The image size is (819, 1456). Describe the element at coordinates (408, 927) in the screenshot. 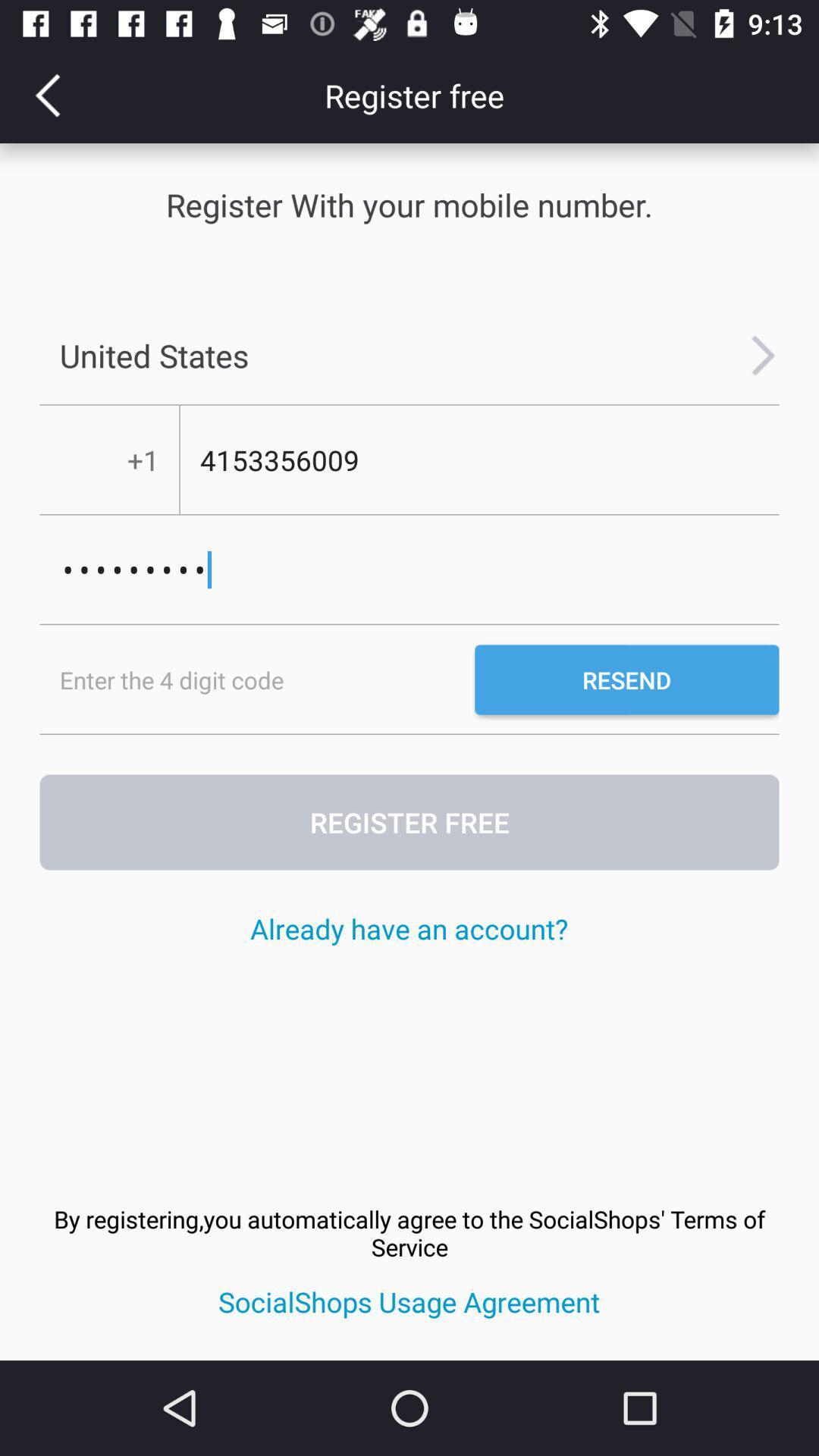

I see `the item below the register free icon` at that location.